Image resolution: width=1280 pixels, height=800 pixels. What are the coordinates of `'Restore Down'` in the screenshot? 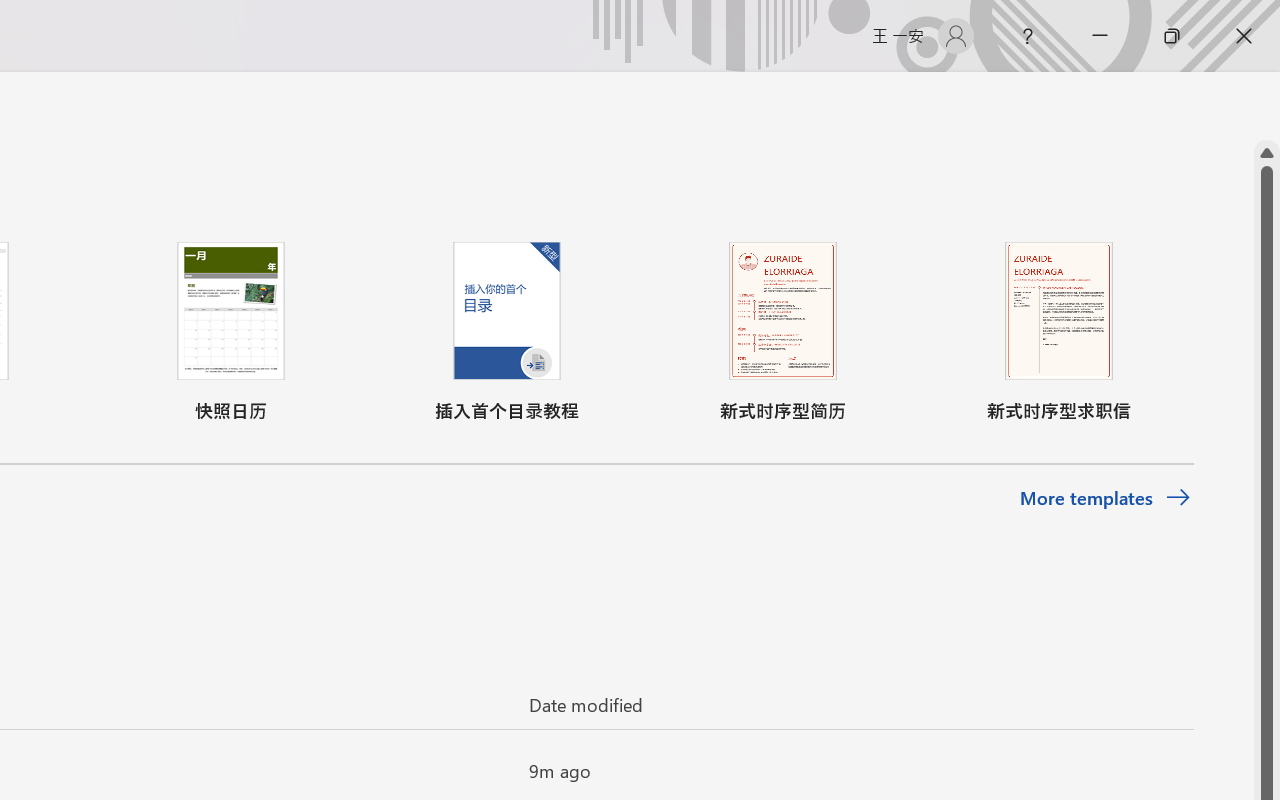 It's located at (1172, 35).